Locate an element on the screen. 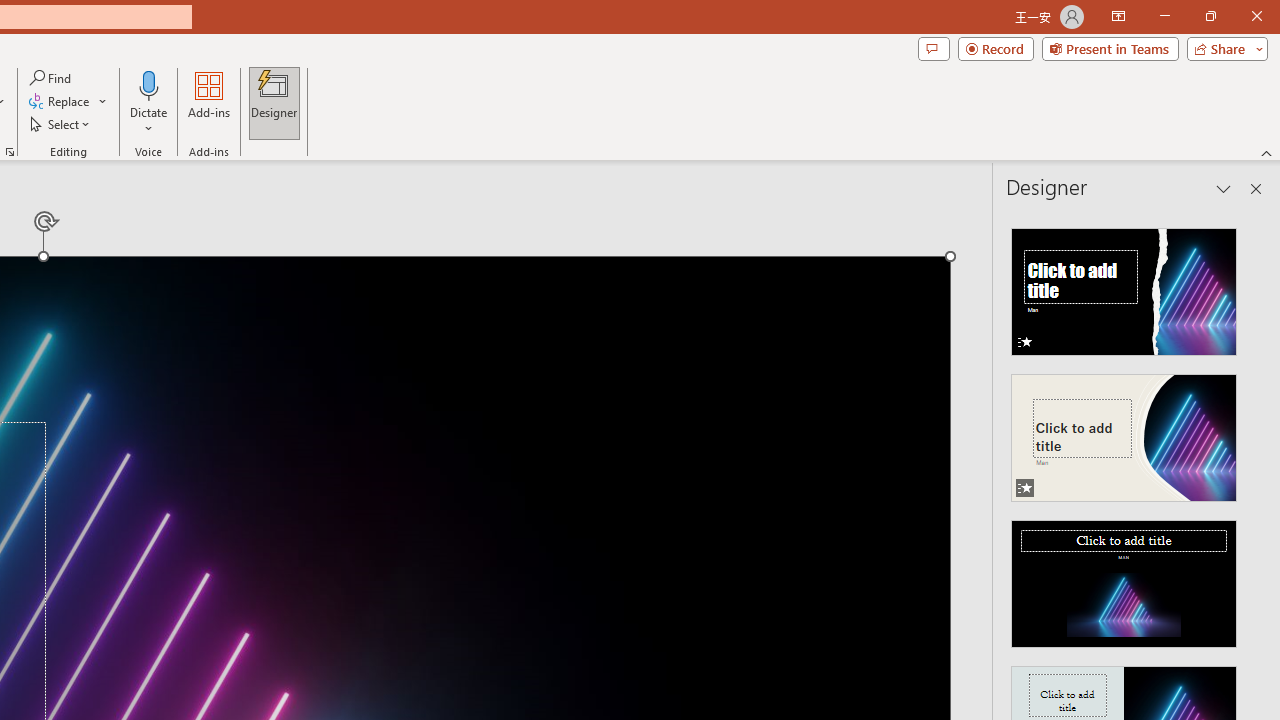 The image size is (1280, 720). 'Present in Teams' is located at coordinates (1109, 47).